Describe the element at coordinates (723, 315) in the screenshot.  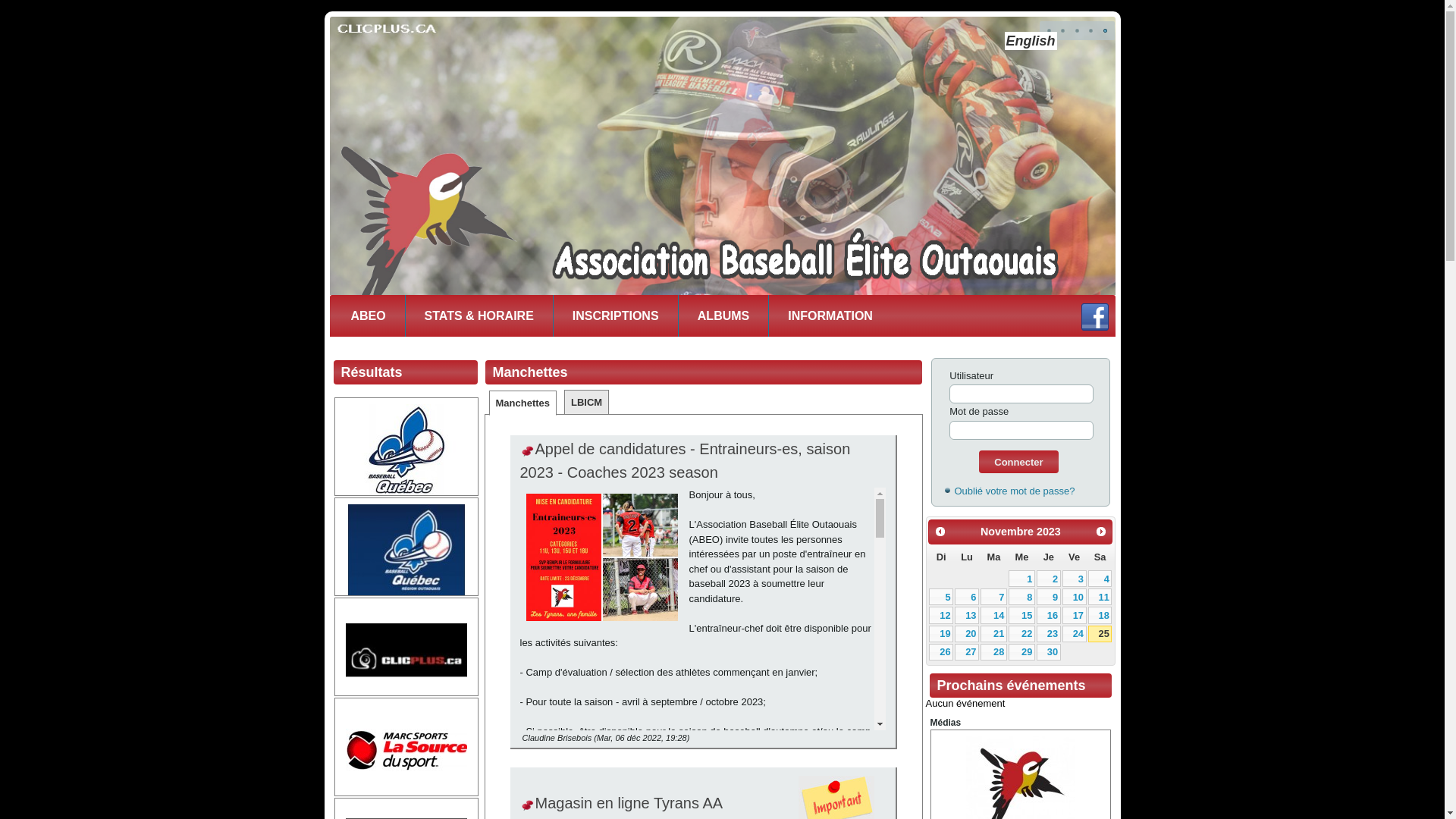
I see `'ALBUMS'` at that location.